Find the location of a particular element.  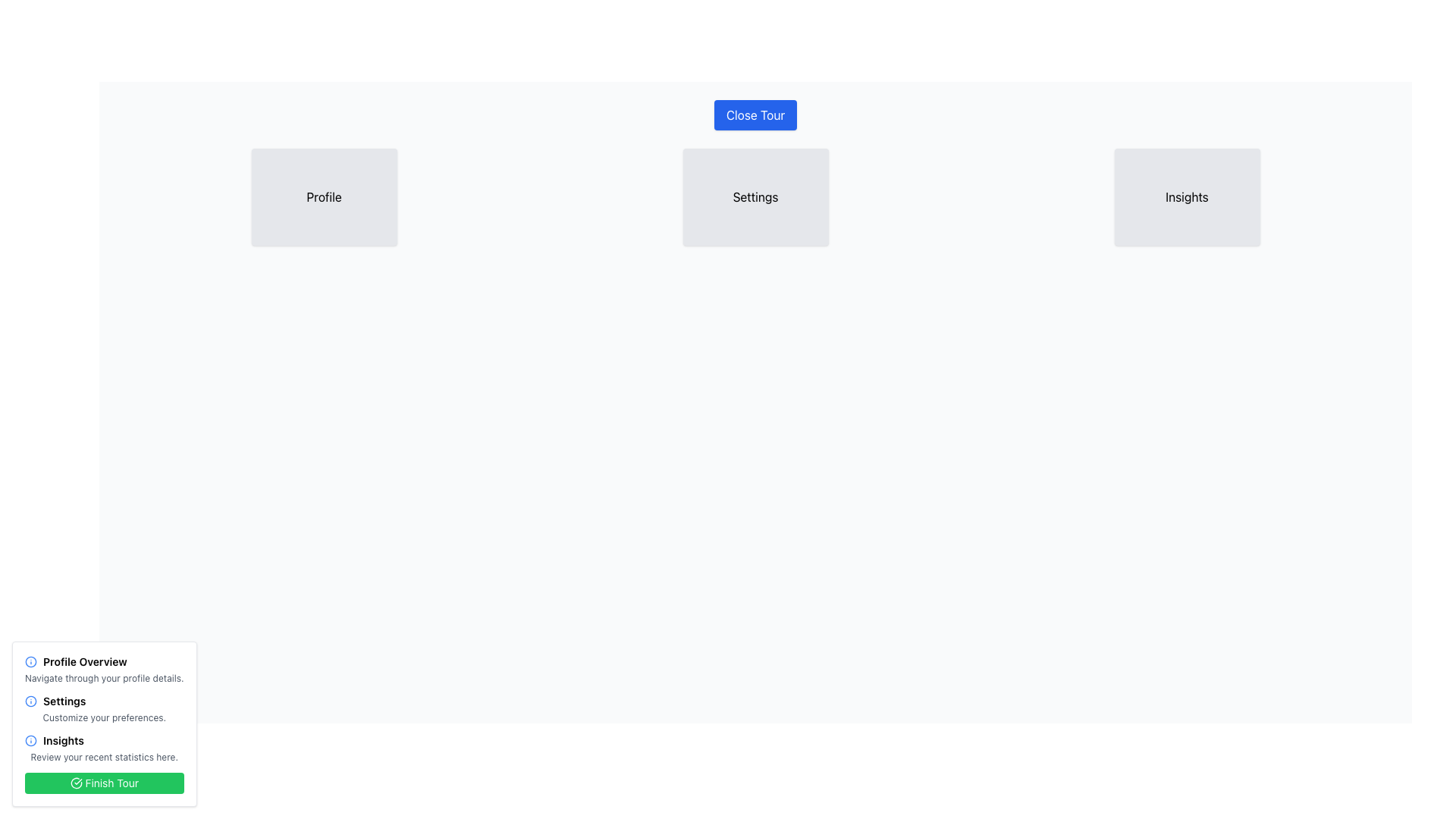

the text label indicating an accessible settings or customization feature located in the lower-left section of the interface, which is the second item in a vertical list is located at coordinates (64, 701).